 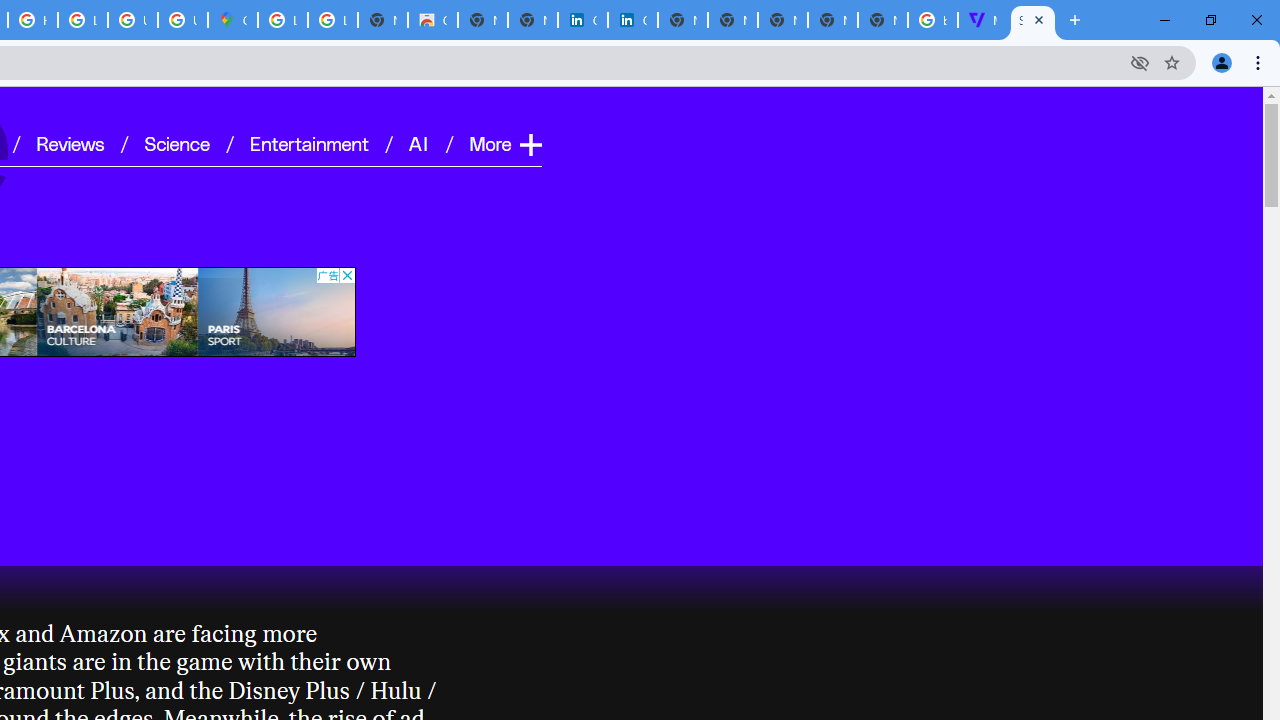 I want to click on 'AutomationID: cbb', so click(x=346, y=275).